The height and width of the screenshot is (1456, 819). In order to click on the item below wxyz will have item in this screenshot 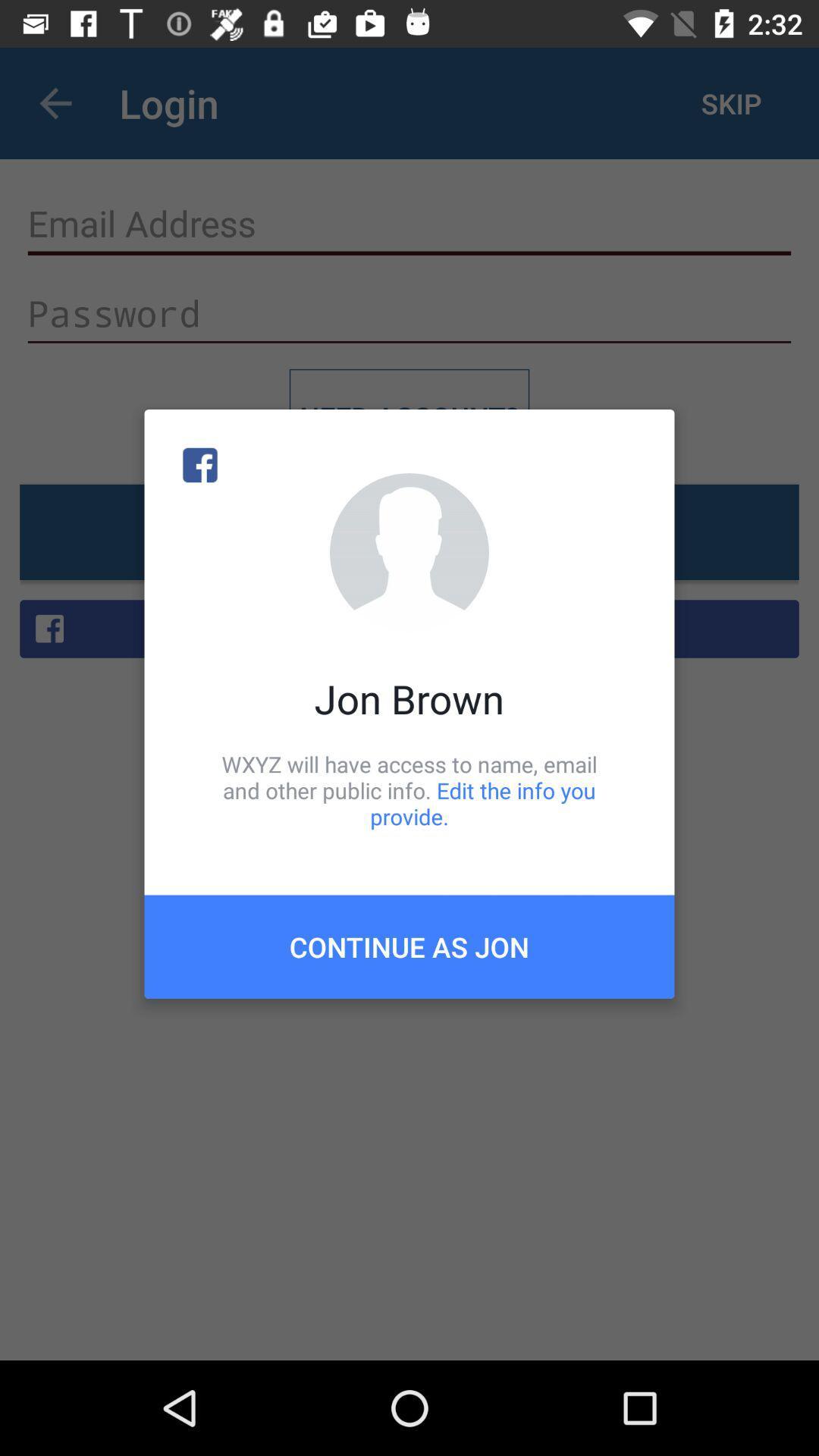, I will do `click(409, 946)`.